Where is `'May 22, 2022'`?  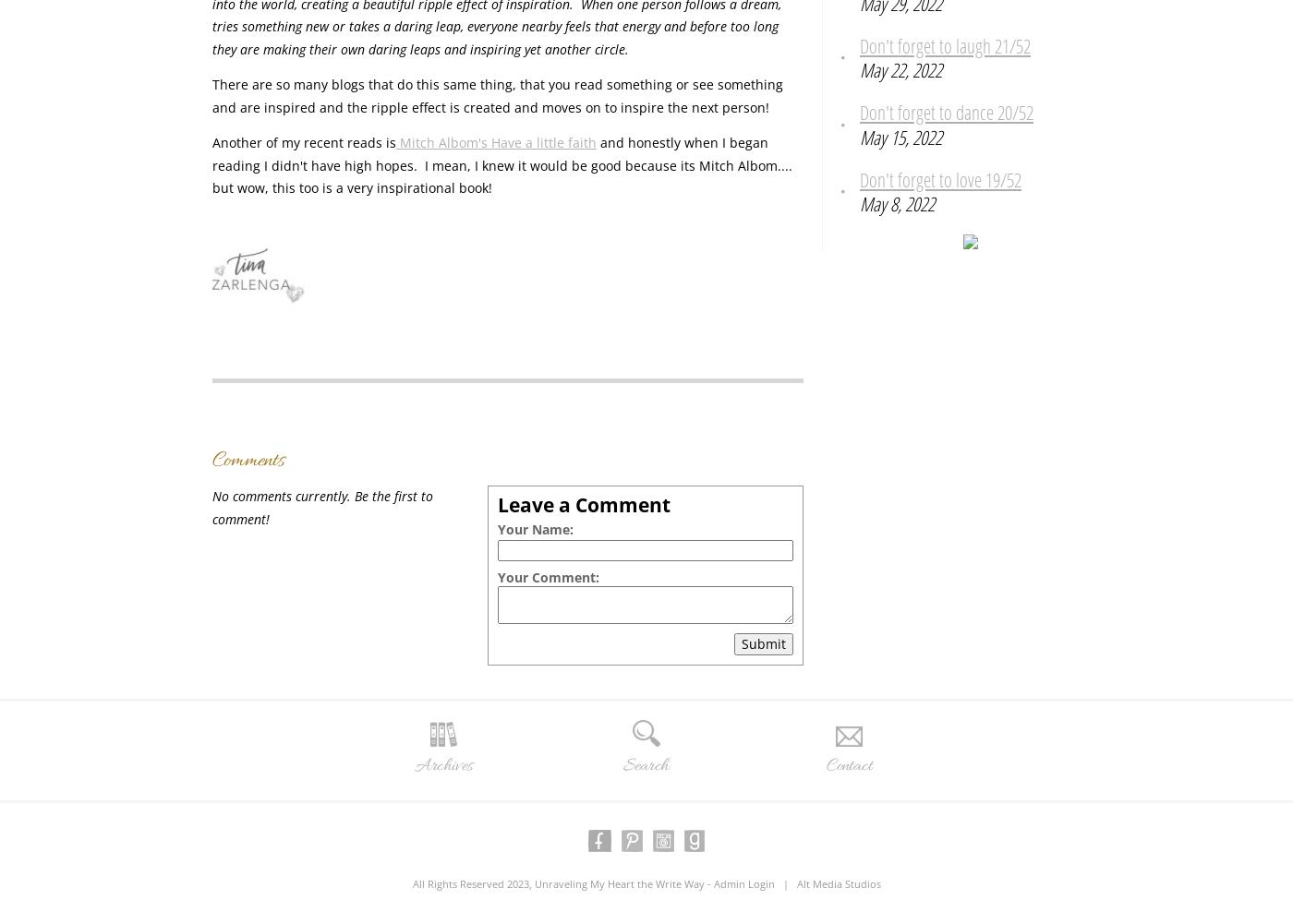 'May 22, 2022' is located at coordinates (900, 68).